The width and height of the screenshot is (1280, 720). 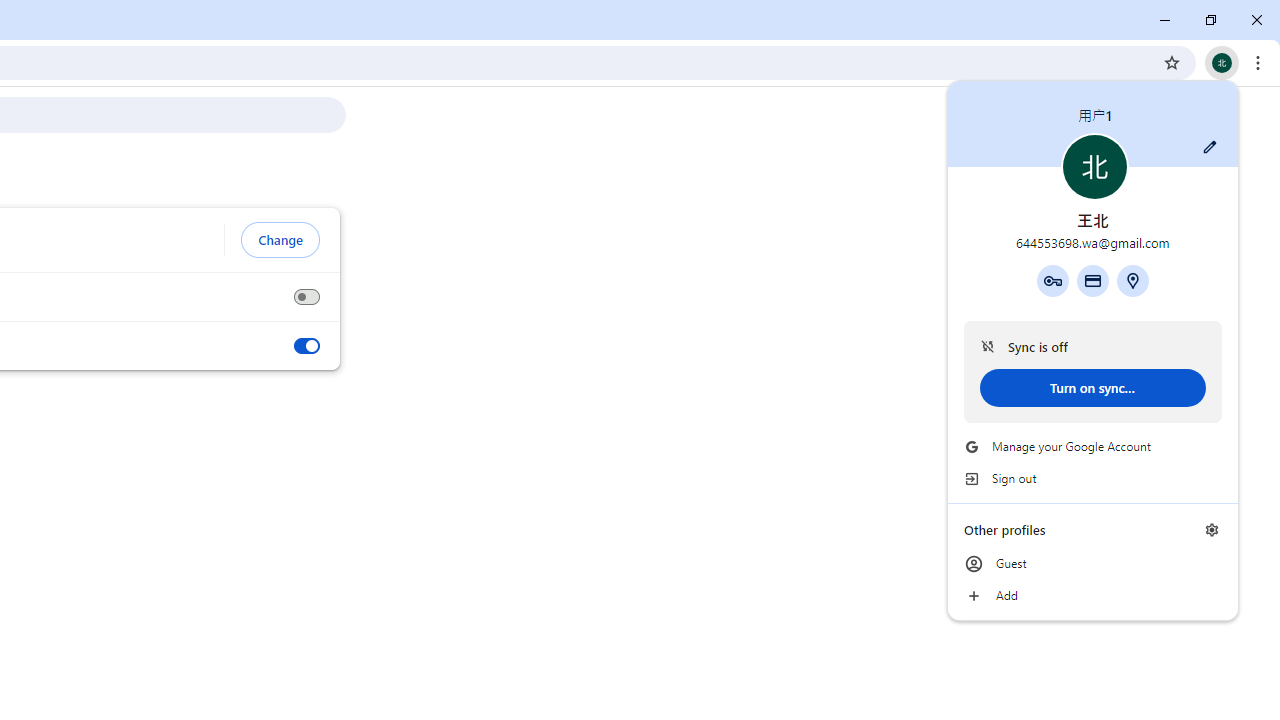 I want to click on 'Sign out', so click(x=1092, y=479).